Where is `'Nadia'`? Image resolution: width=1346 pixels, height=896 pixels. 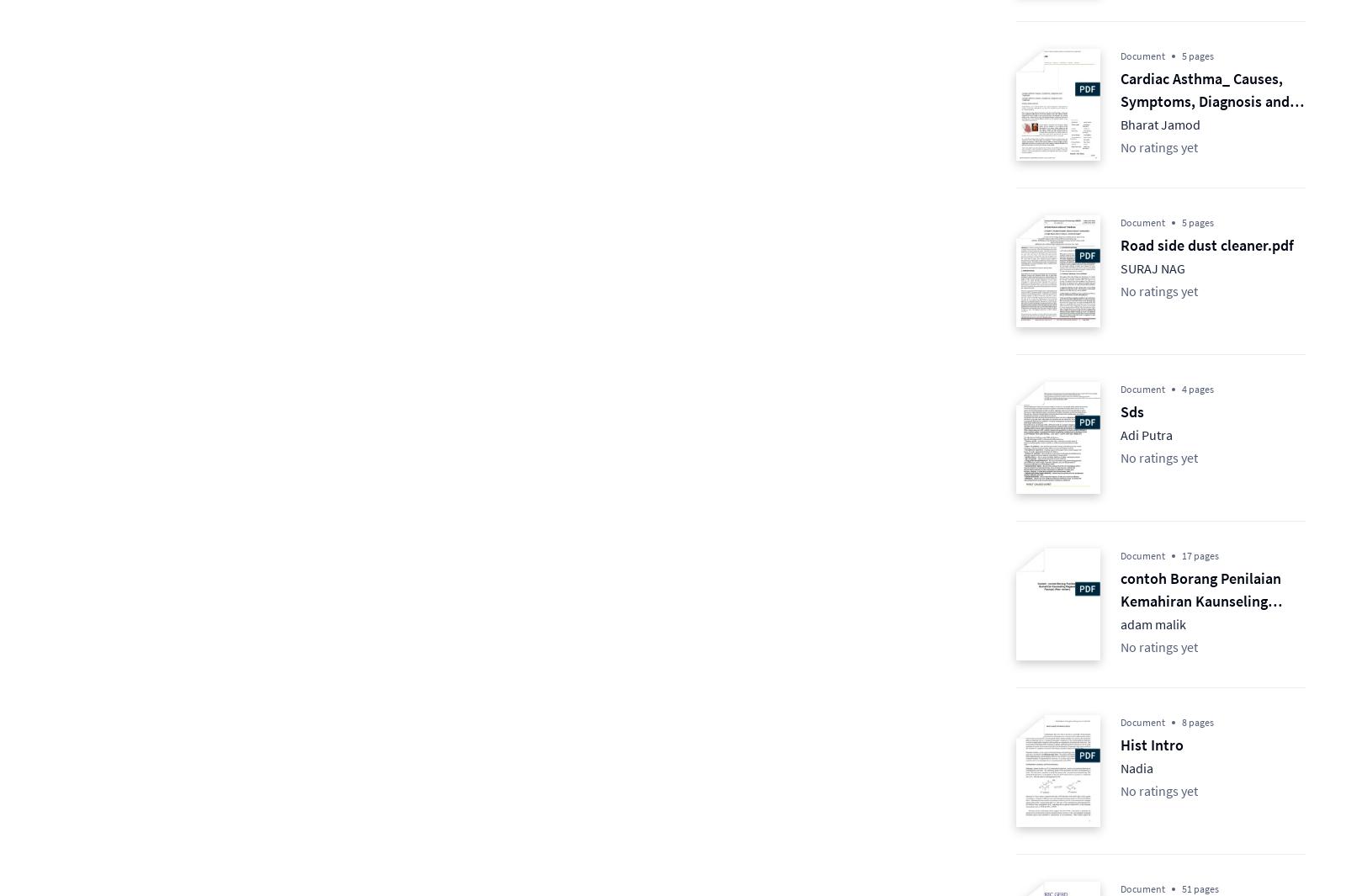
'Nadia' is located at coordinates (1120, 768).